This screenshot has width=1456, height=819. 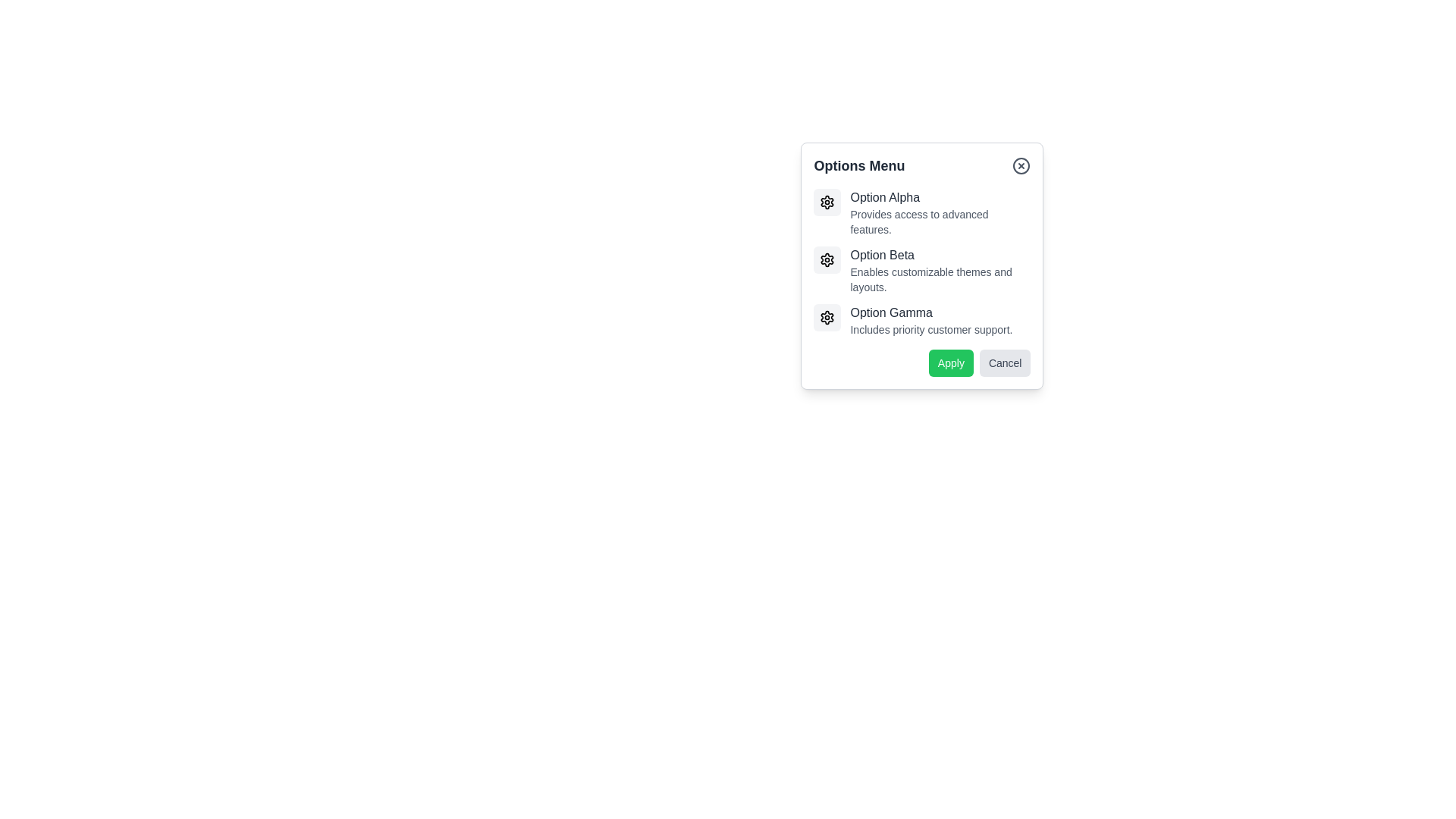 What do you see at coordinates (827, 317) in the screenshot?
I see `the graphical representation of the settings icon, which is a gear-shaped icon located in the top-left corner of the 'Option Gamma' entry in the 'Options Menu'` at bounding box center [827, 317].